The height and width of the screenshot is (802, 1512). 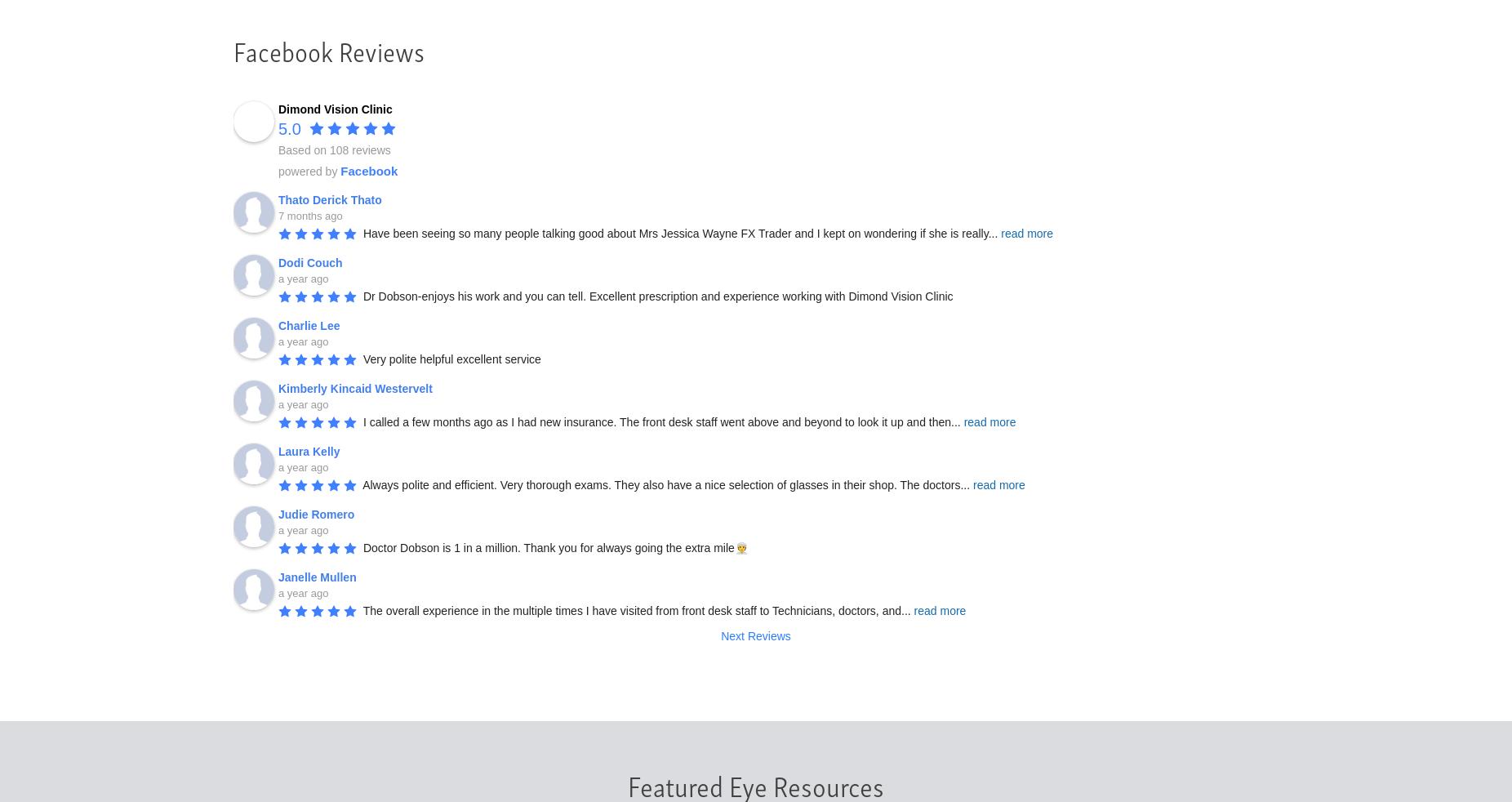 I want to click on 'Dr Dobson-enjoys his work and you can tell. Excellent prescription and experience working with Dimond Vision Clinic', so click(x=362, y=295).